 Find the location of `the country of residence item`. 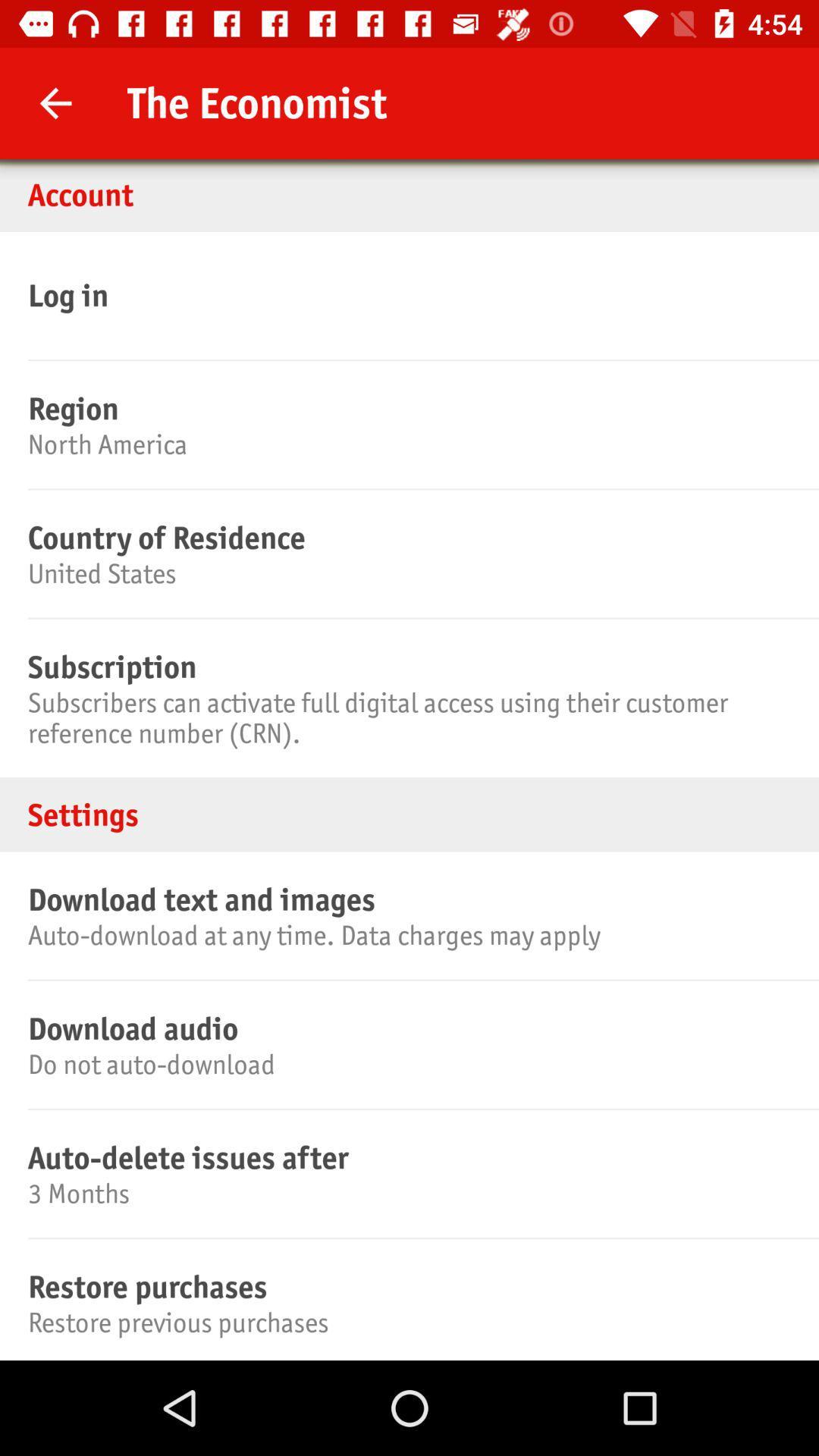

the country of residence item is located at coordinates (406, 538).